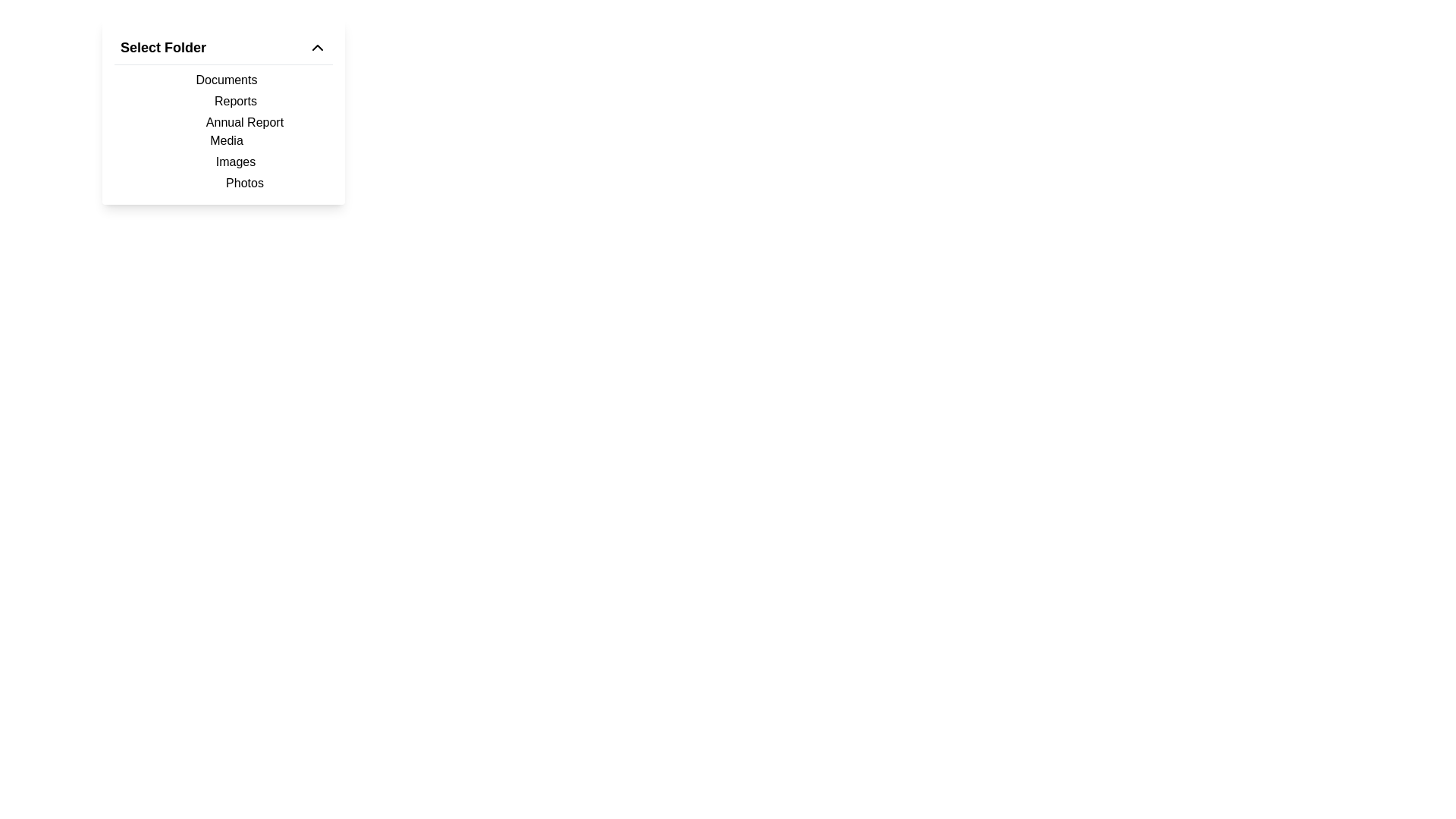  What do you see at coordinates (232, 111) in the screenshot?
I see `the 'Reports' menu item in the dropdown menu titled 'Select Folder', which is the second item below 'Documents'` at bounding box center [232, 111].